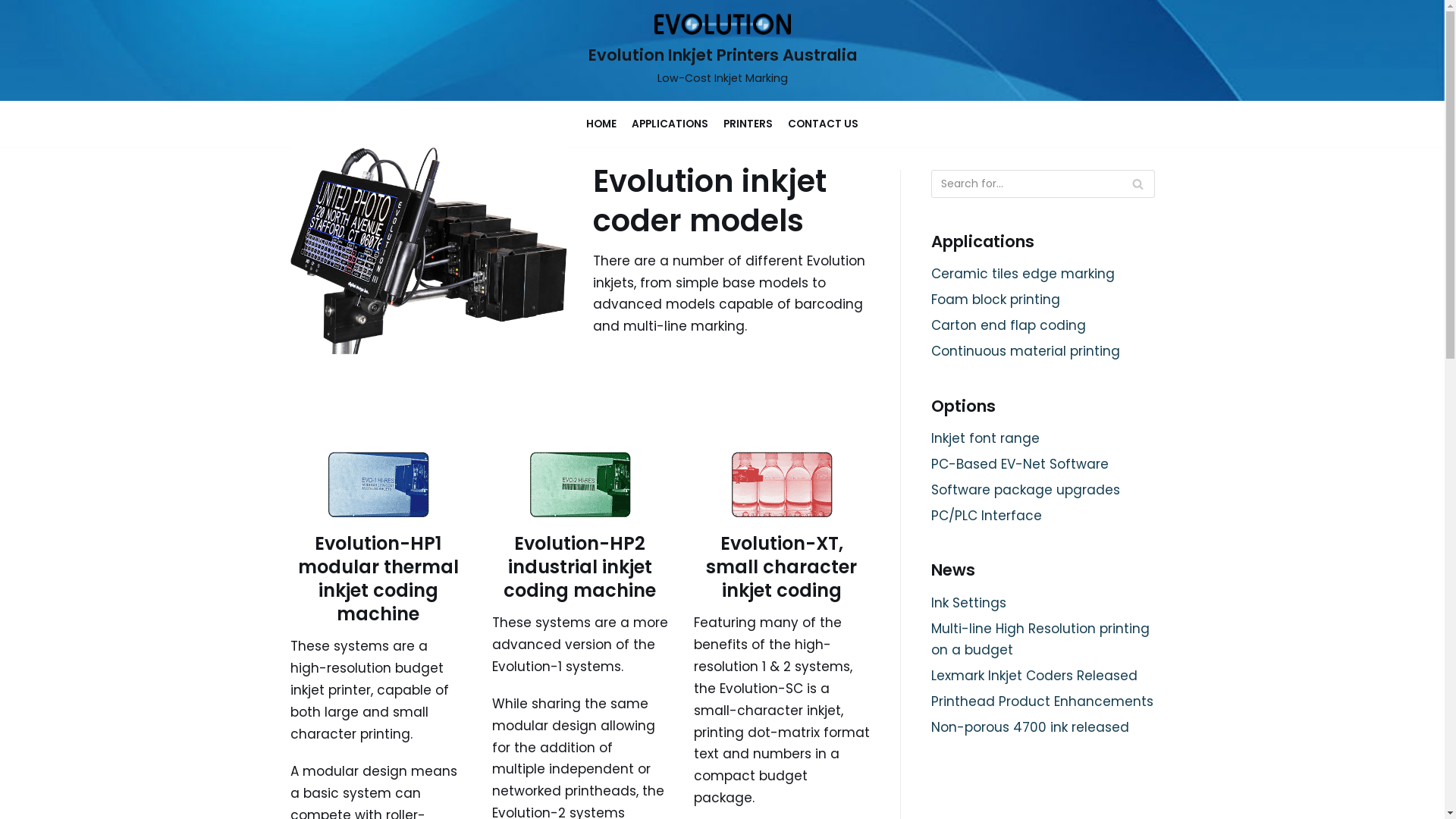 This screenshot has width=1456, height=819. Describe the element at coordinates (822, 123) in the screenshot. I see `'CONTACT US'` at that location.